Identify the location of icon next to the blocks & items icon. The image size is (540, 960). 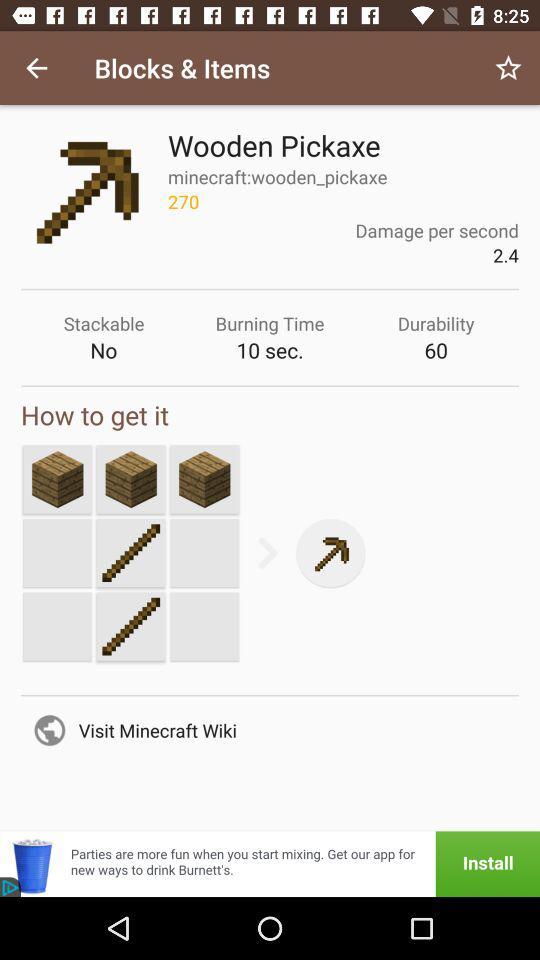
(508, 68).